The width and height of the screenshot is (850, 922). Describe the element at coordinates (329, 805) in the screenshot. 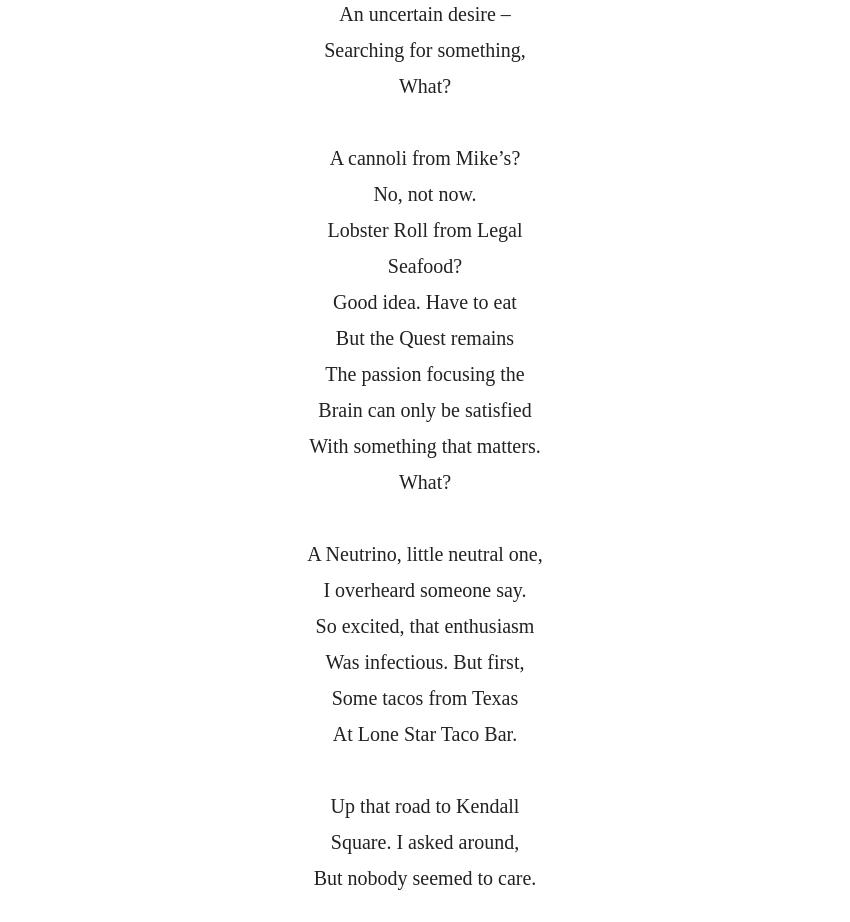

I see `'Up that road to Kendall'` at that location.